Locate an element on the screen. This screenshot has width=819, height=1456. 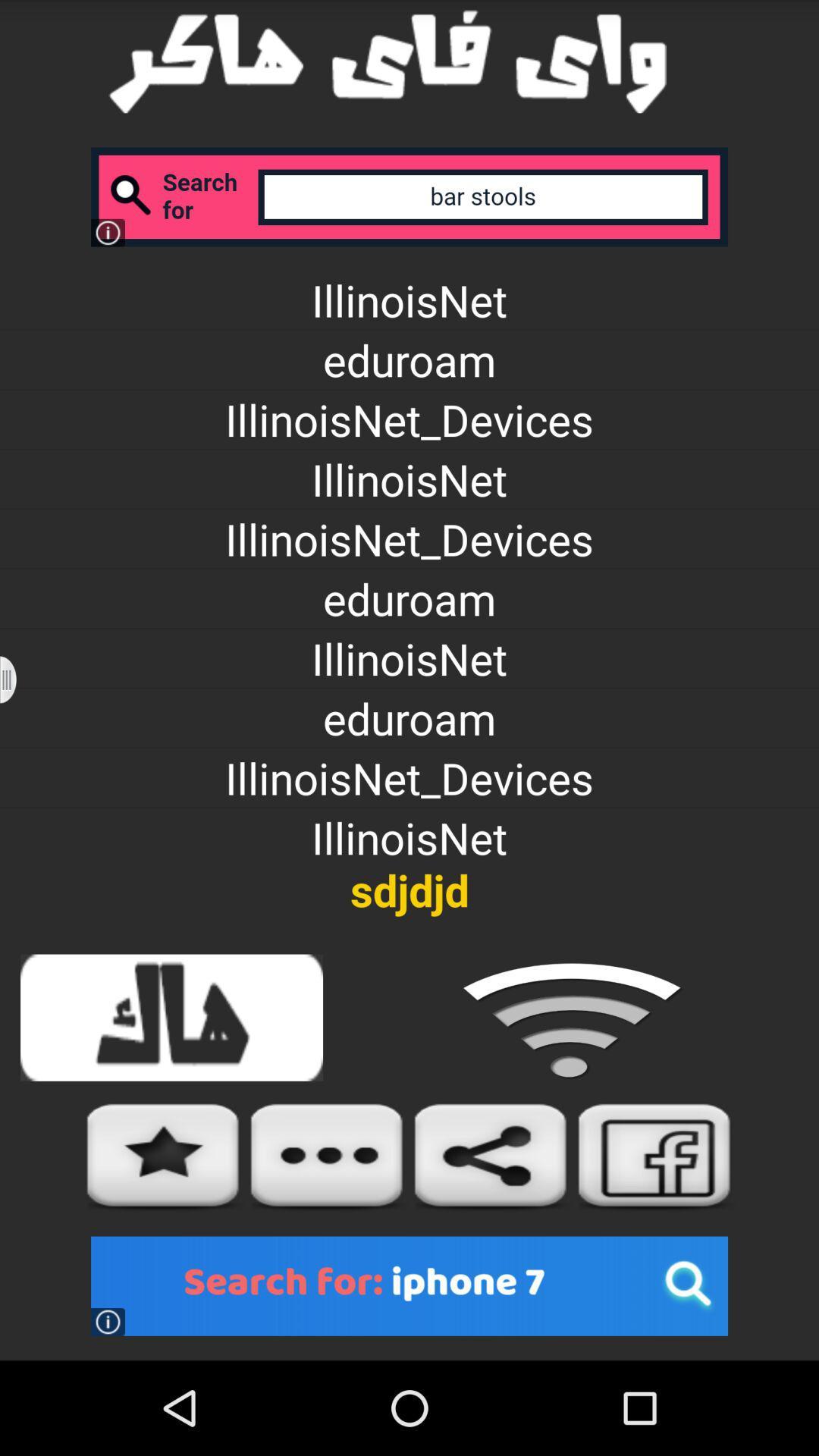
search box is located at coordinates (409, 196).